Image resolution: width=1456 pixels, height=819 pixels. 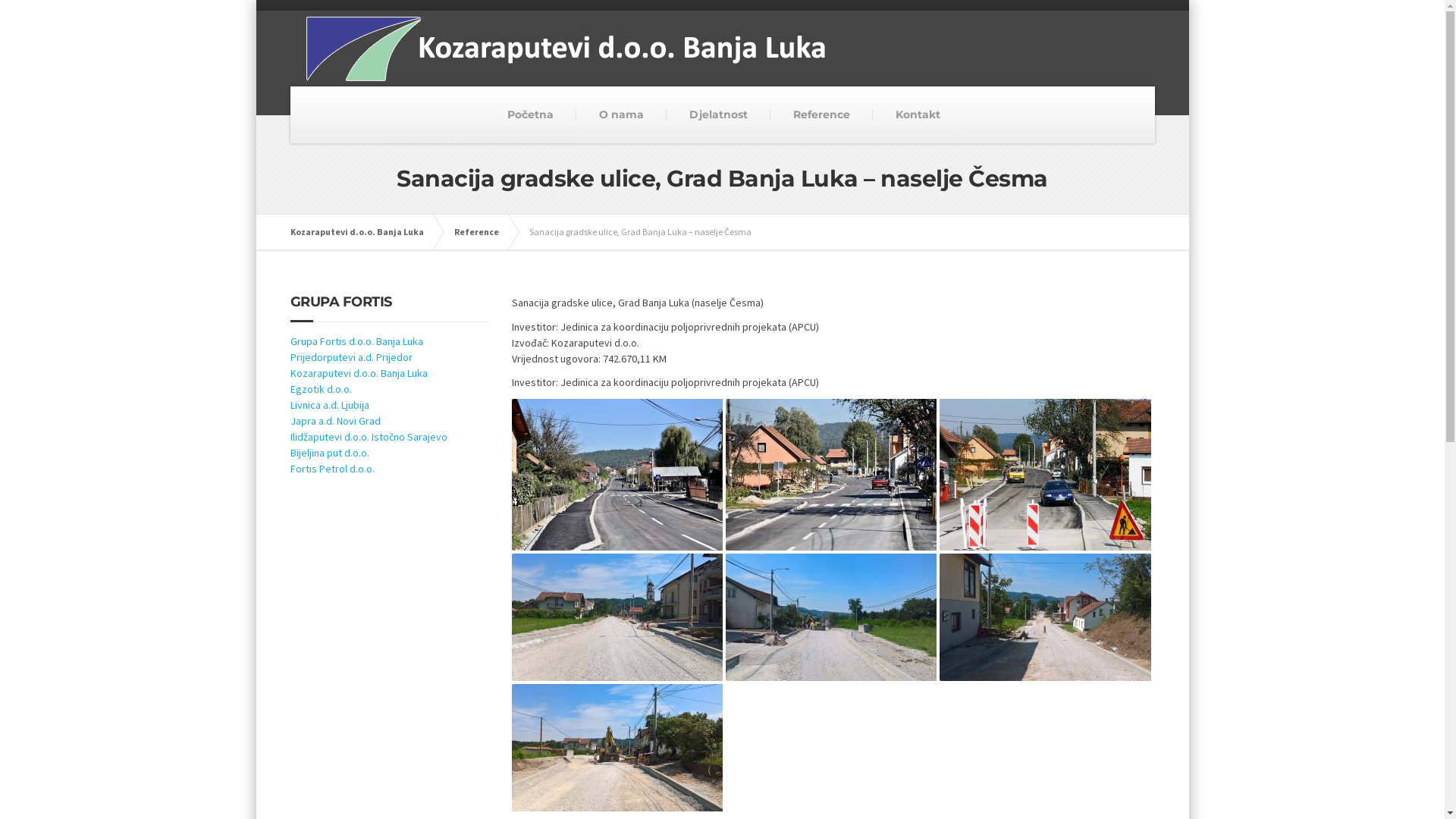 I want to click on 'Kontakt', so click(x=917, y=114).